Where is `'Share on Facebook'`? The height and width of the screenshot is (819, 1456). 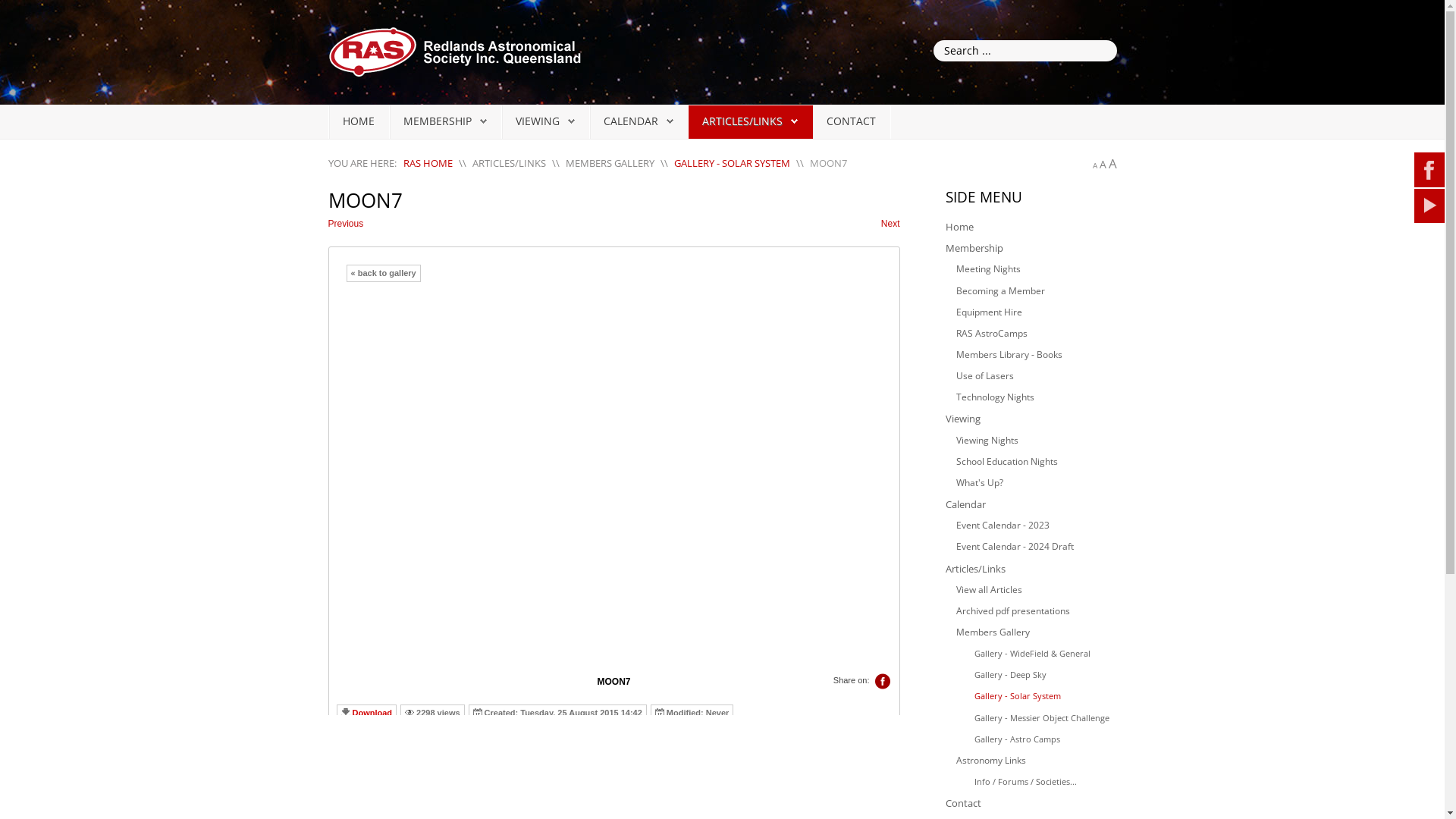
'Share on Facebook' is located at coordinates (882, 680).